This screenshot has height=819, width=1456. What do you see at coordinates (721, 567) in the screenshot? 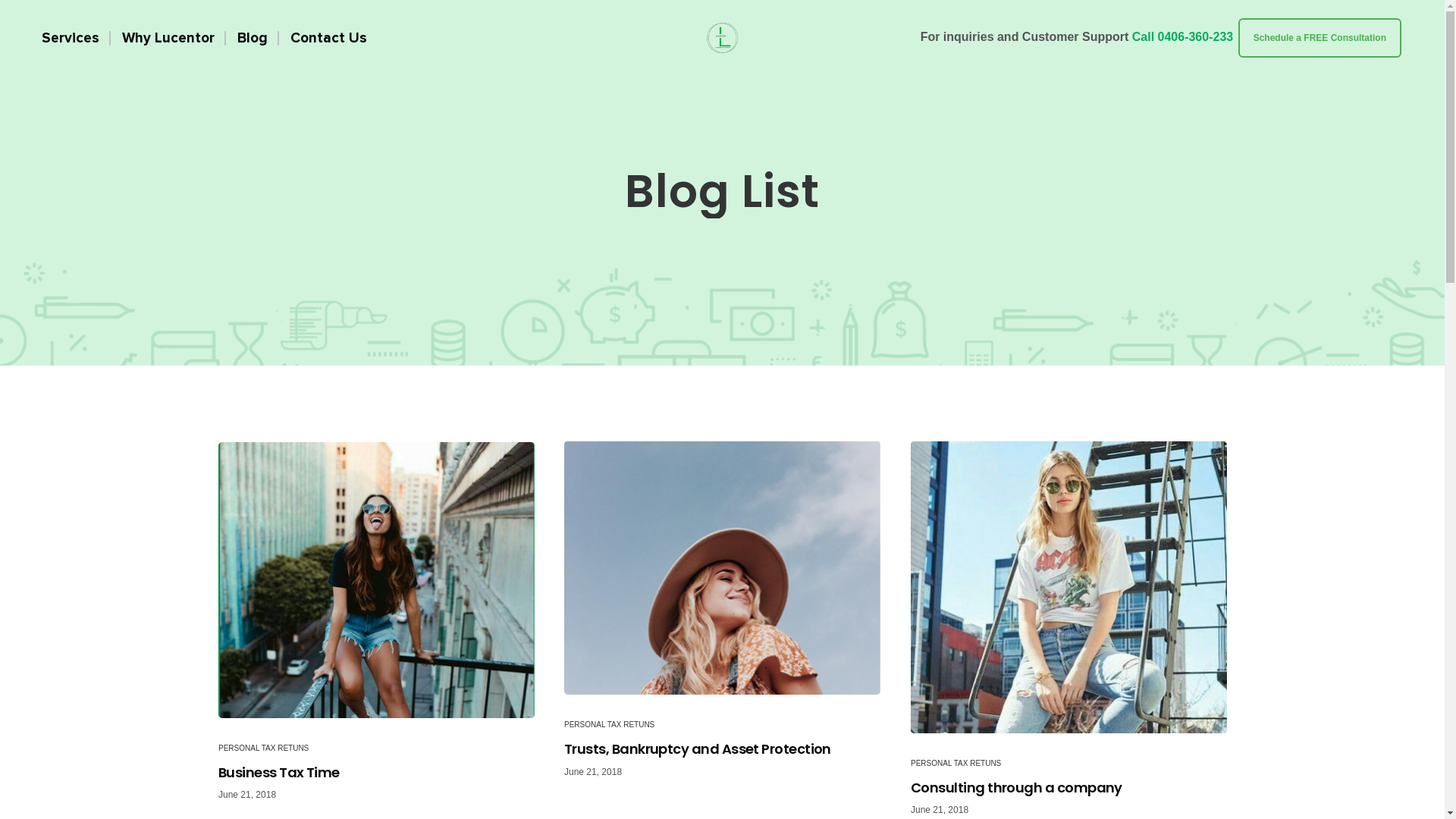
I see `'Trusts, Bankruptcy and Asset Protection'` at bounding box center [721, 567].